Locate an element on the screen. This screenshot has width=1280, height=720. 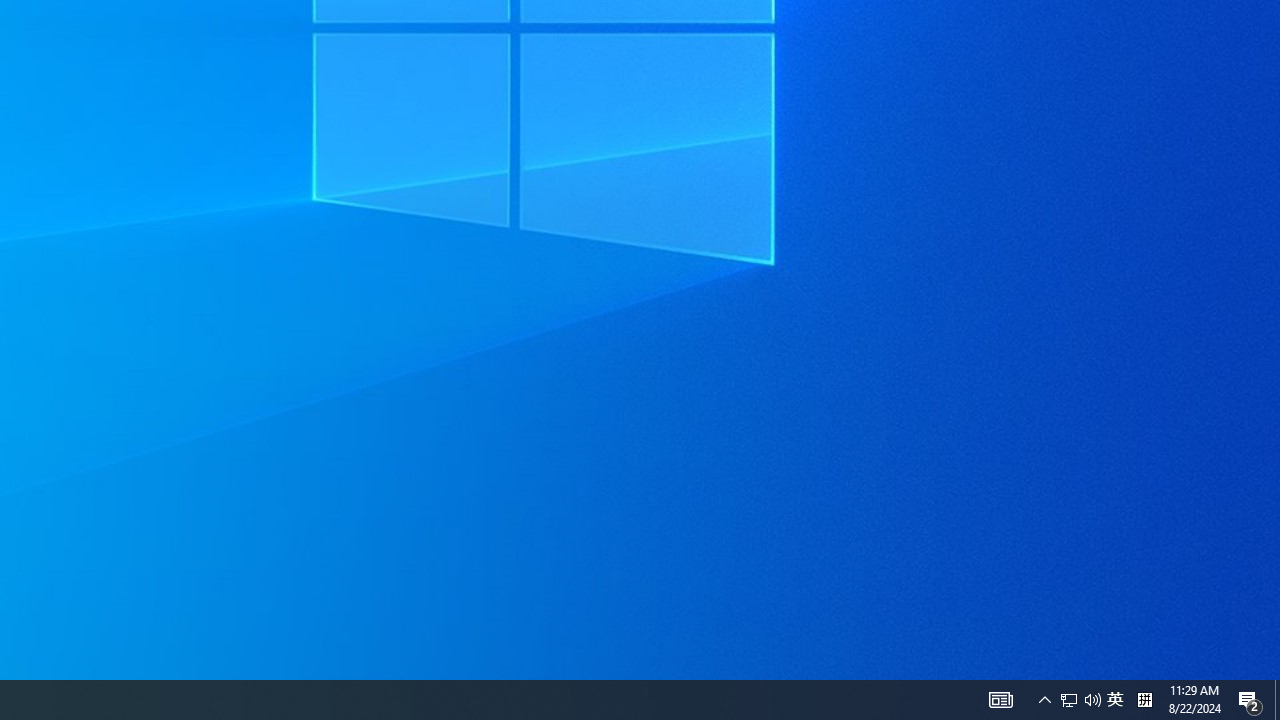
'Notification Chevron' is located at coordinates (1068, 698).